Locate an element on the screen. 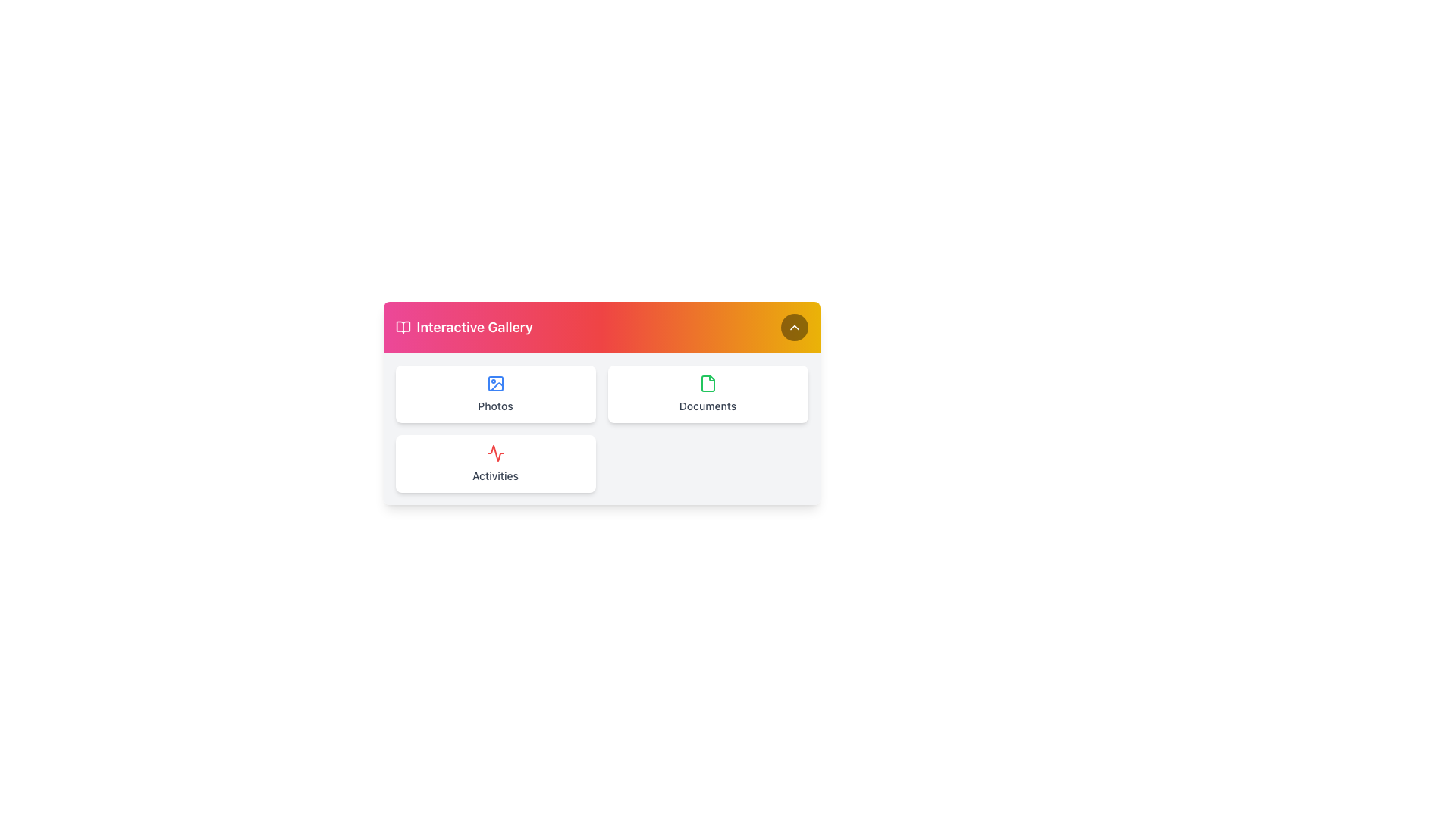 The image size is (1456, 819). the text label beneath the document icon within the 'Documents' card on the right side of the grid layout is located at coordinates (707, 406).